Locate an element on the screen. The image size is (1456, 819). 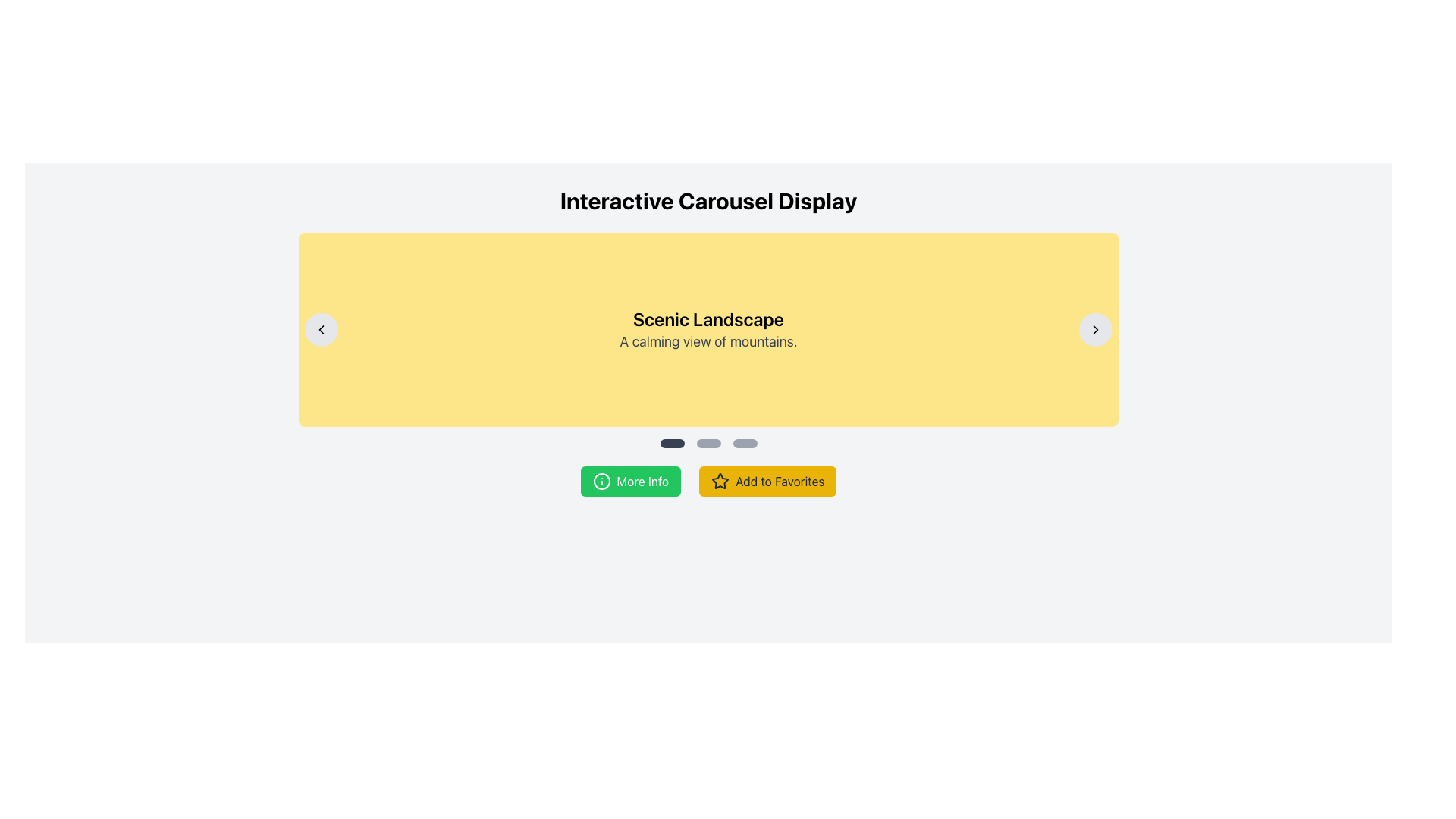
the right-hand navigation arrow icon in the circular gray button to trigger hover effects is located at coordinates (1096, 329).